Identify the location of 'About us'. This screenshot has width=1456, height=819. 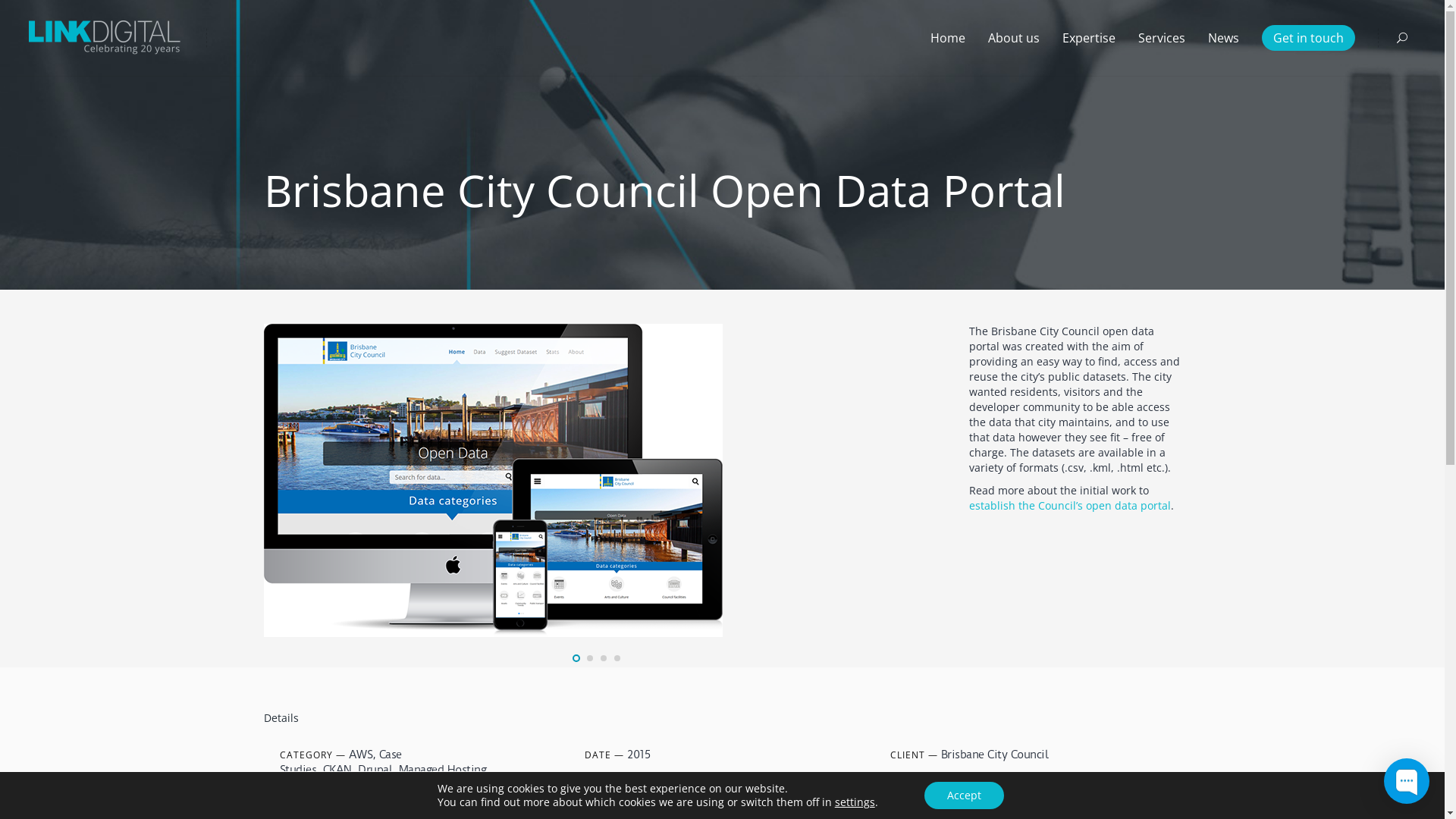
(1014, 37).